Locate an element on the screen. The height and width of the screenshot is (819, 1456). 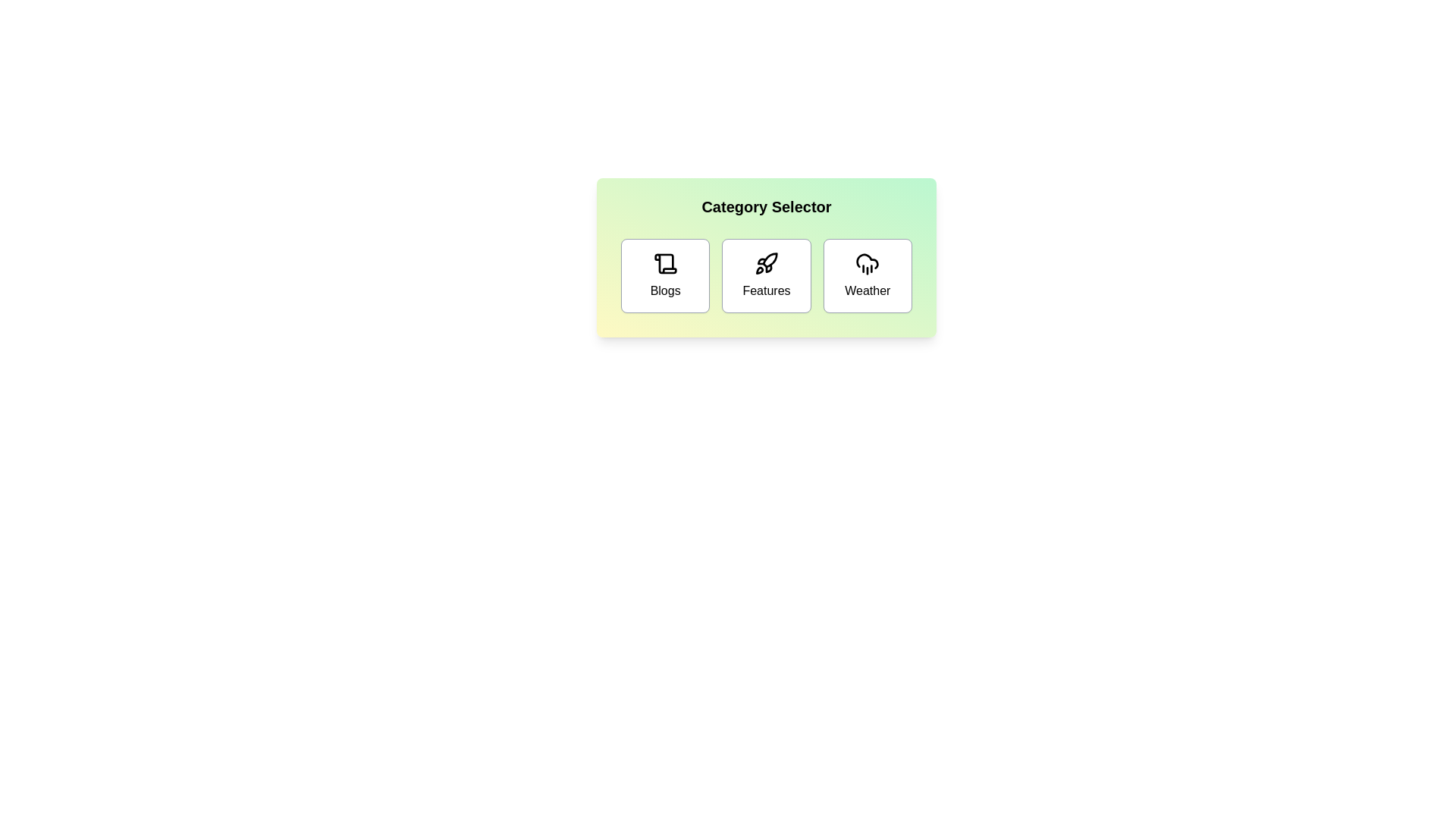
the 'Blogs' button to select the Blogs category is located at coordinates (665, 275).